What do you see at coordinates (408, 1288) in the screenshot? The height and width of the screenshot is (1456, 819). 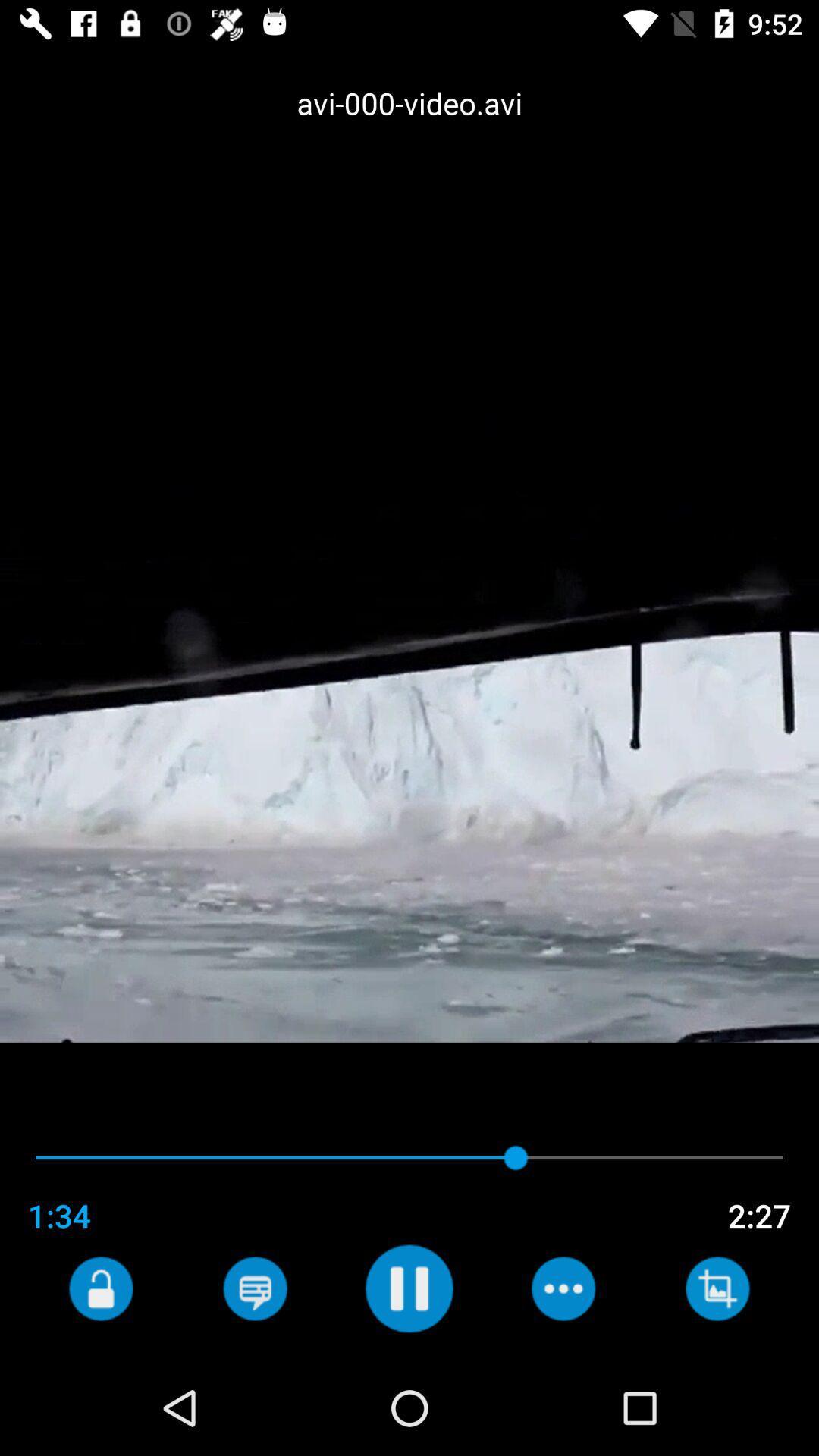 I see `pause` at bounding box center [408, 1288].